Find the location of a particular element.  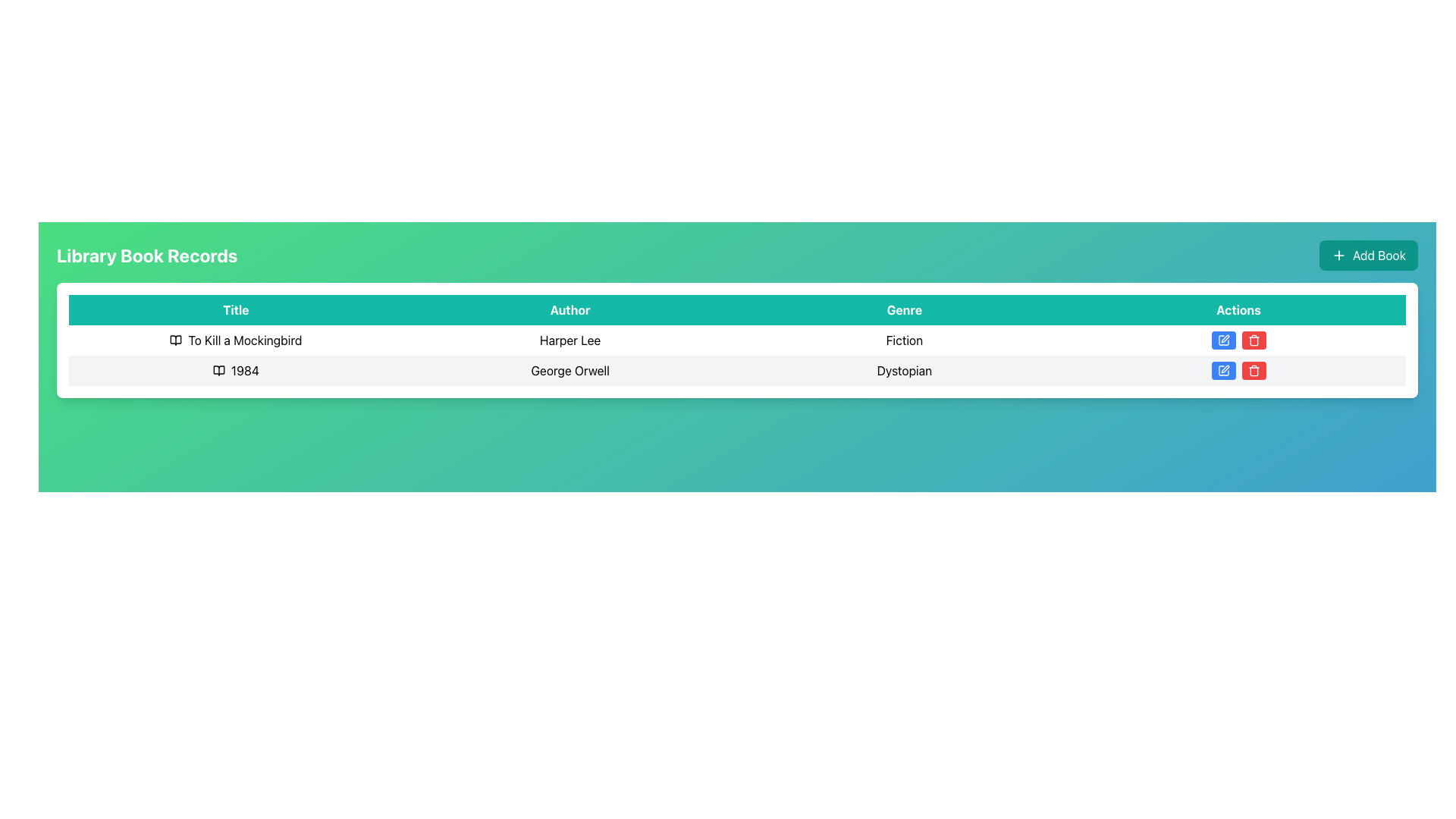

the 'Author' header text label in the data table, which is the second element in the header row, positioned between 'Title' and 'Genre' is located at coordinates (570, 309).